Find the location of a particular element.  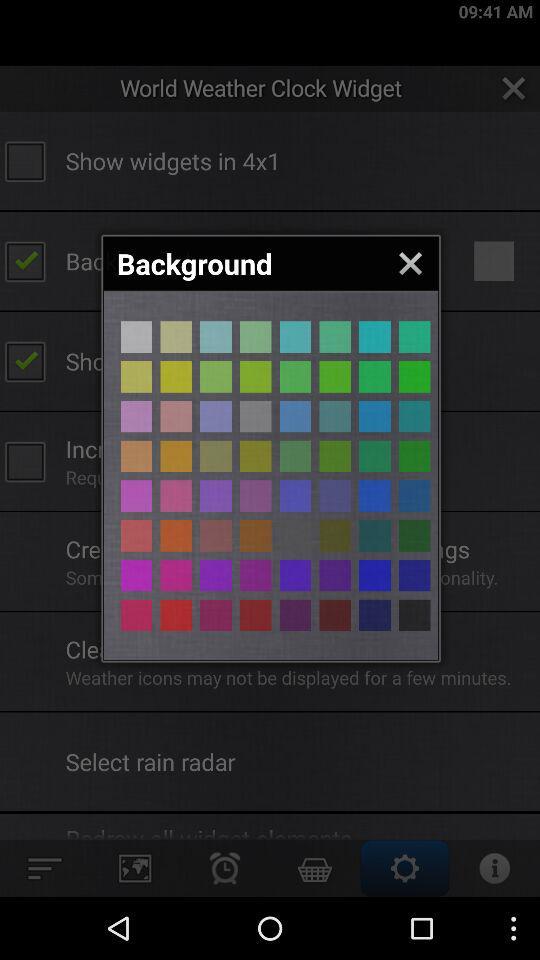

box is located at coordinates (135, 337).